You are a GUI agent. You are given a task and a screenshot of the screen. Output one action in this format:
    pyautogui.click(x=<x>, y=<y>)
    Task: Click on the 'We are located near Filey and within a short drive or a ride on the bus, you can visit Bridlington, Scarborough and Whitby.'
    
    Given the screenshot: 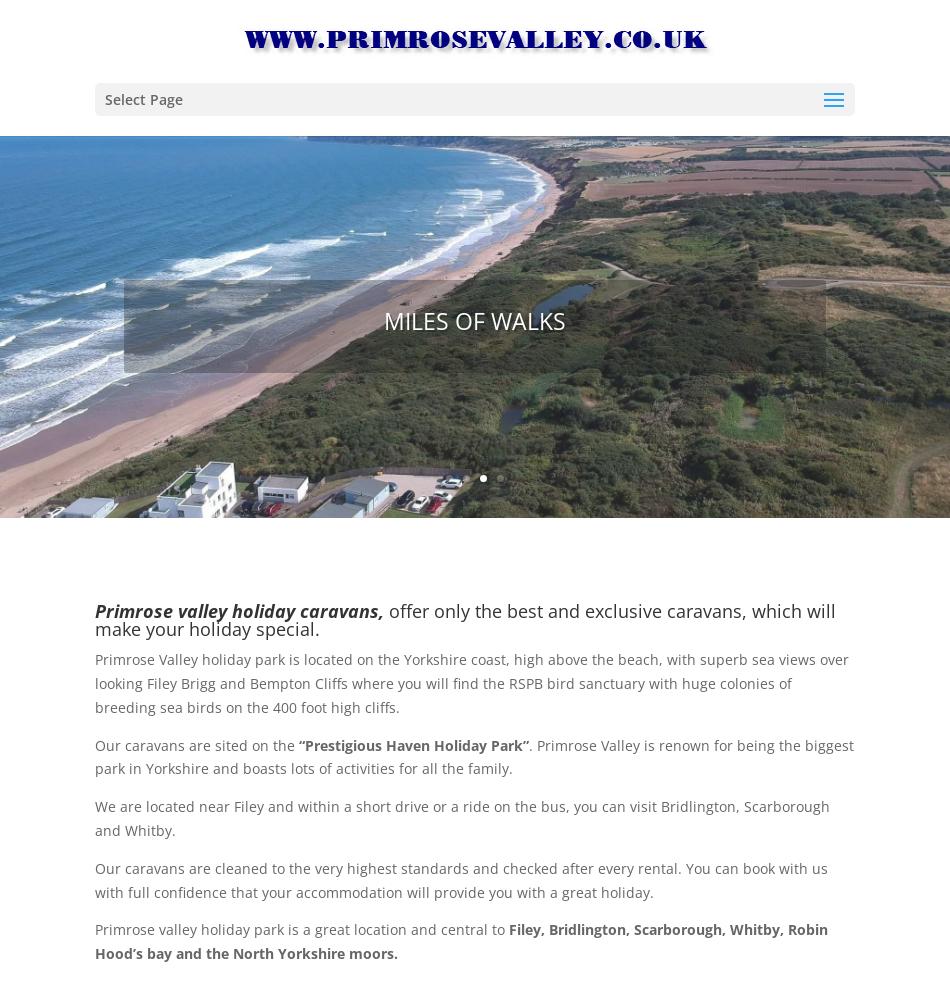 What is the action you would take?
    pyautogui.click(x=461, y=818)
    